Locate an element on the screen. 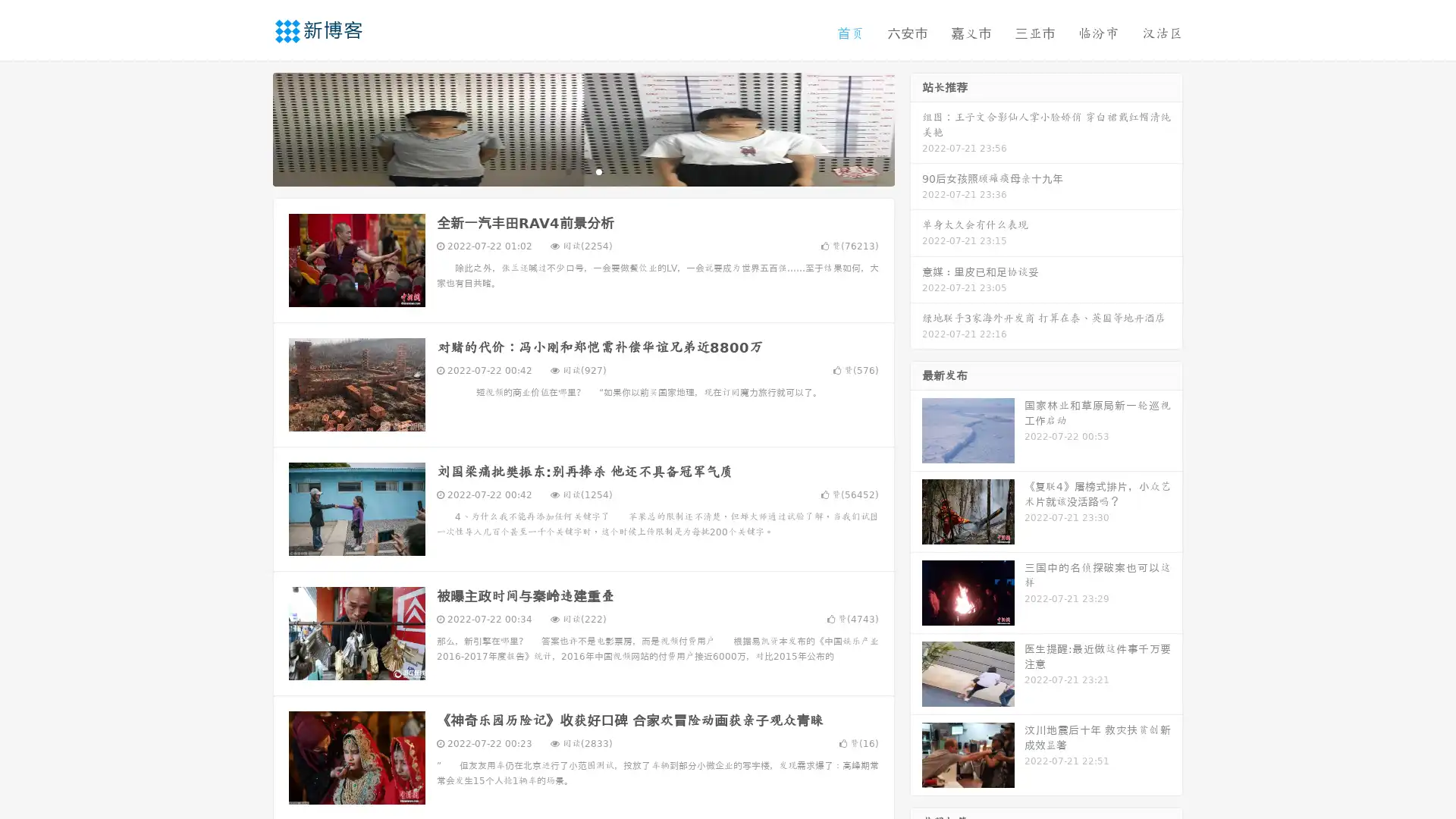 The width and height of the screenshot is (1456, 819). Go to slide 3 is located at coordinates (598, 171).